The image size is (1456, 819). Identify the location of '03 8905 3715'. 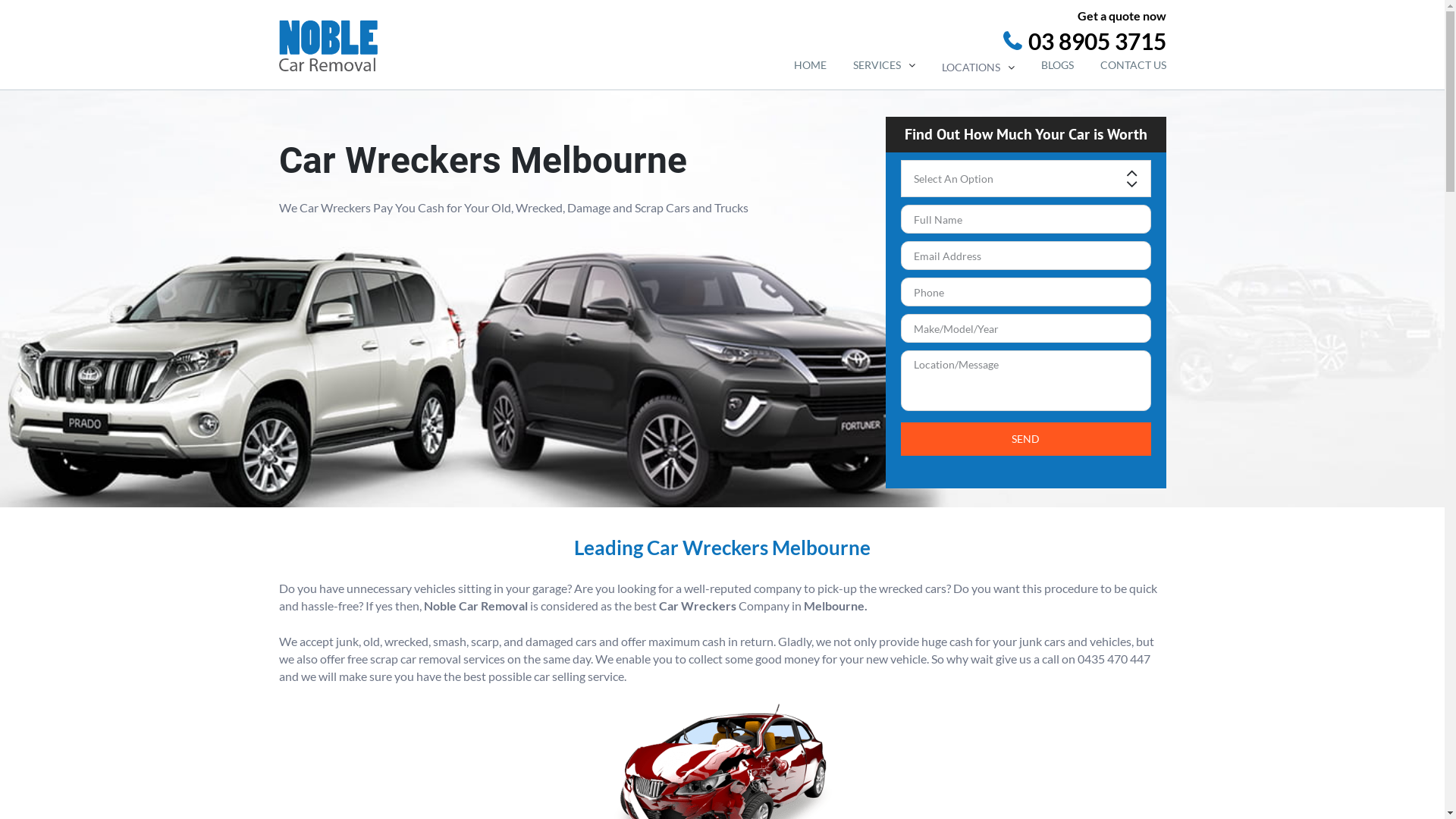
(966, 40).